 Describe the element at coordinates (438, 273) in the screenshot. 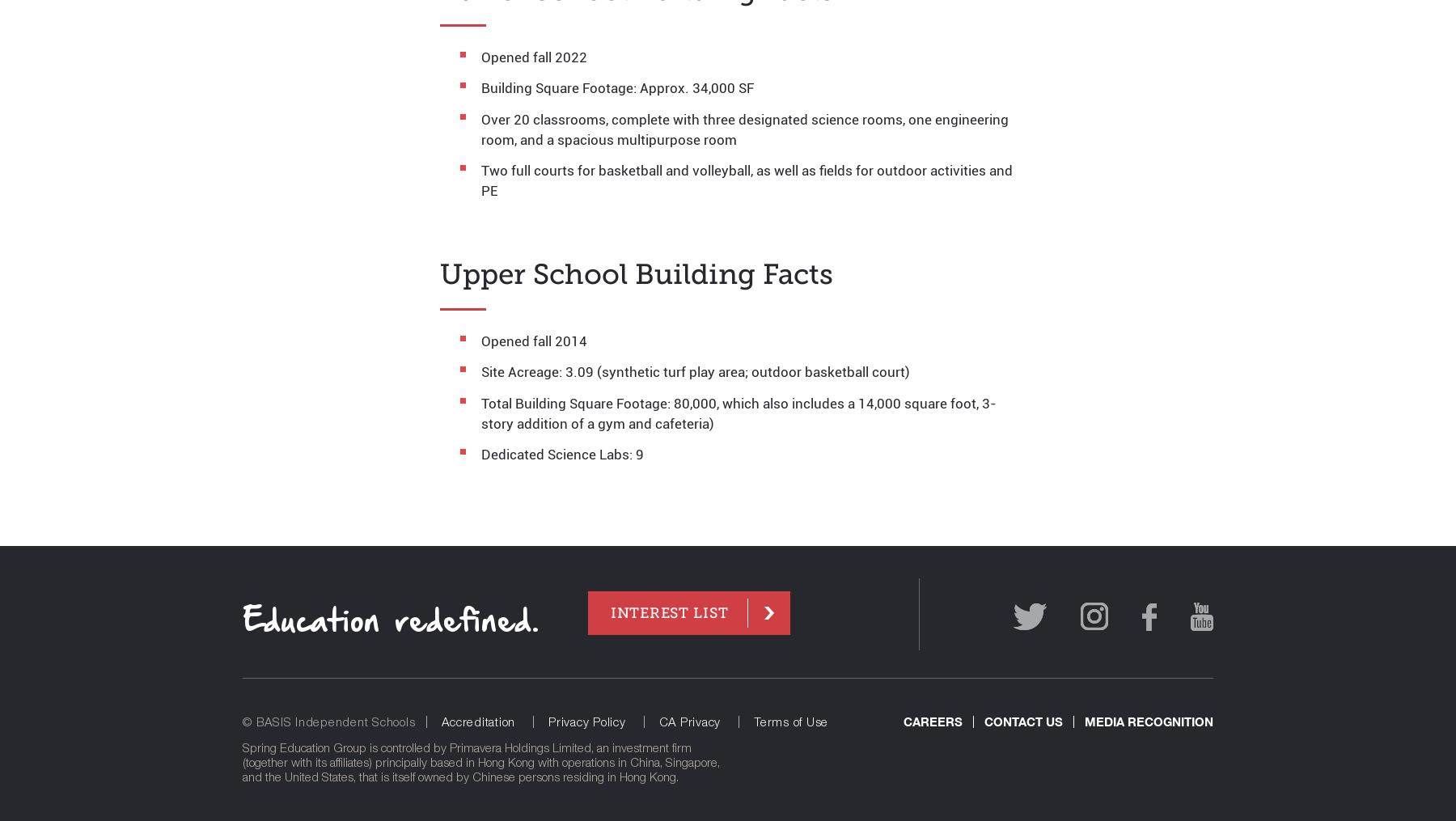

I see `'Upper School Building Facts'` at that location.